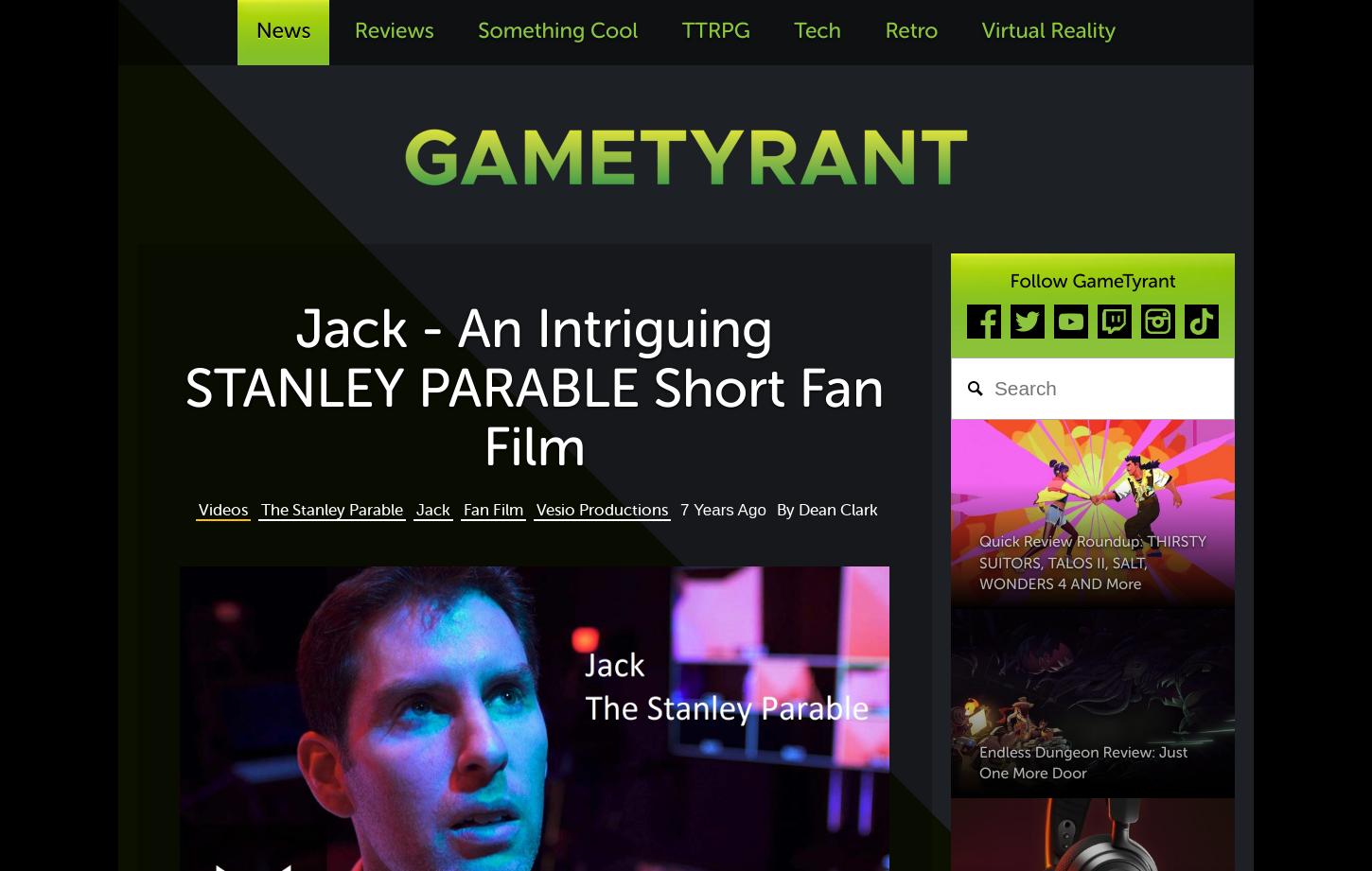 This screenshot has width=1372, height=871. What do you see at coordinates (825, 509) in the screenshot?
I see `'by Dean Clark'` at bounding box center [825, 509].